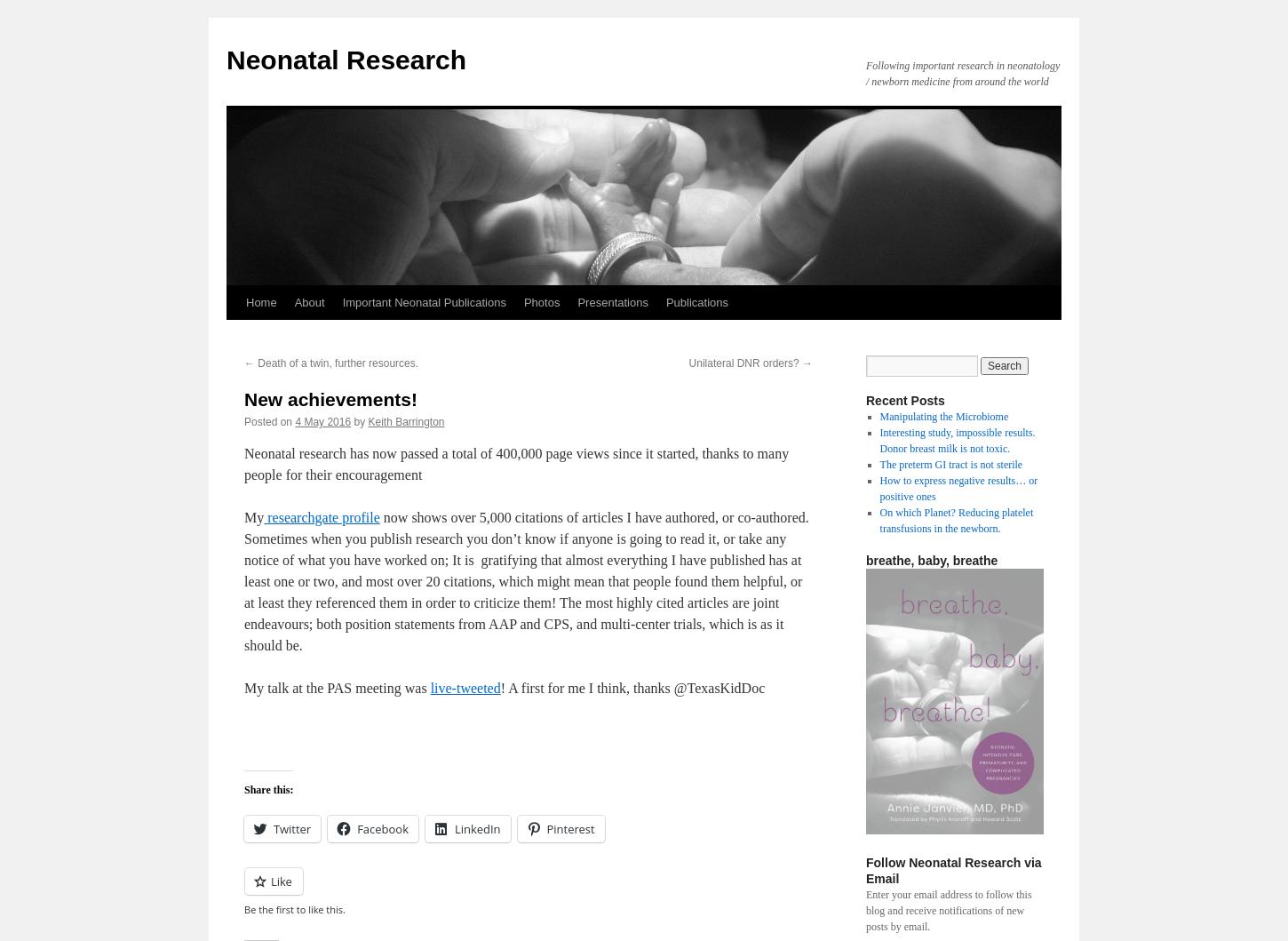 This screenshot has height=941, width=1288. I want to click on 'My talk at the PAS meeting was', so click(336, 687).